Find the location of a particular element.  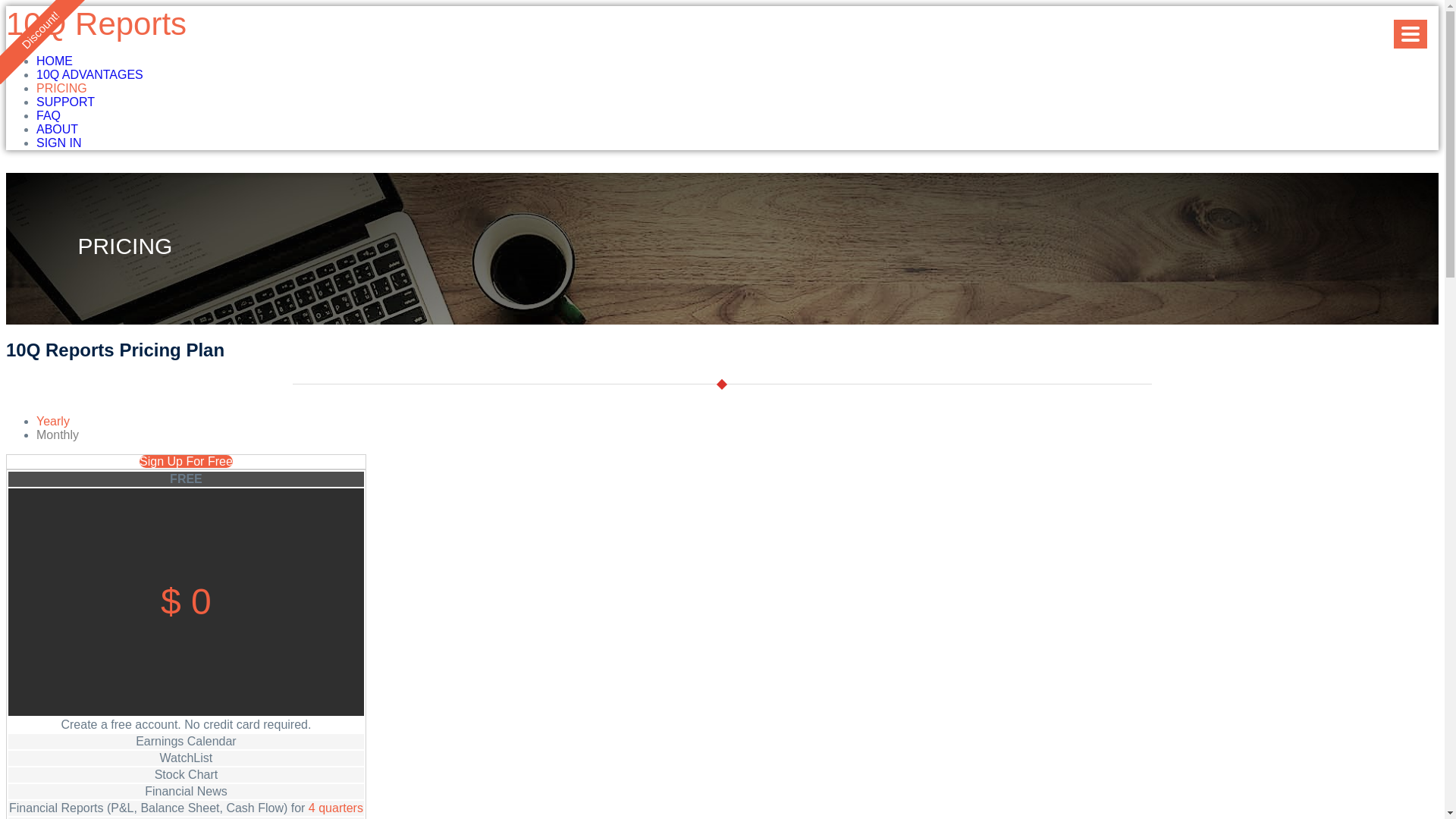

'SUPPORT' is located at coordinates (64, 102).